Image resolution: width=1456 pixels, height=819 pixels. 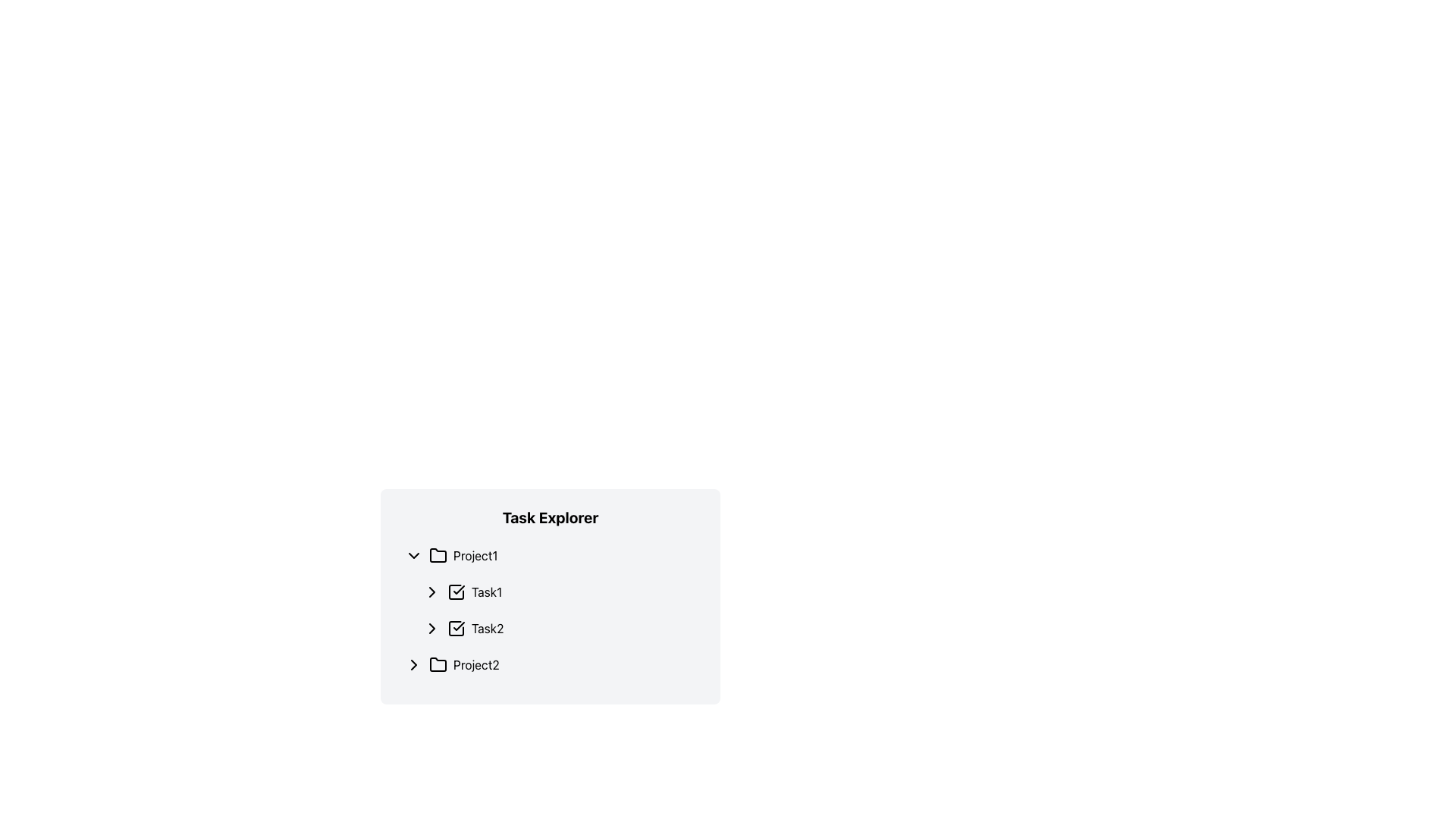 I want to click on the rightward-pointing Chevron expand/collapse icon, so click(x=414, y=664).